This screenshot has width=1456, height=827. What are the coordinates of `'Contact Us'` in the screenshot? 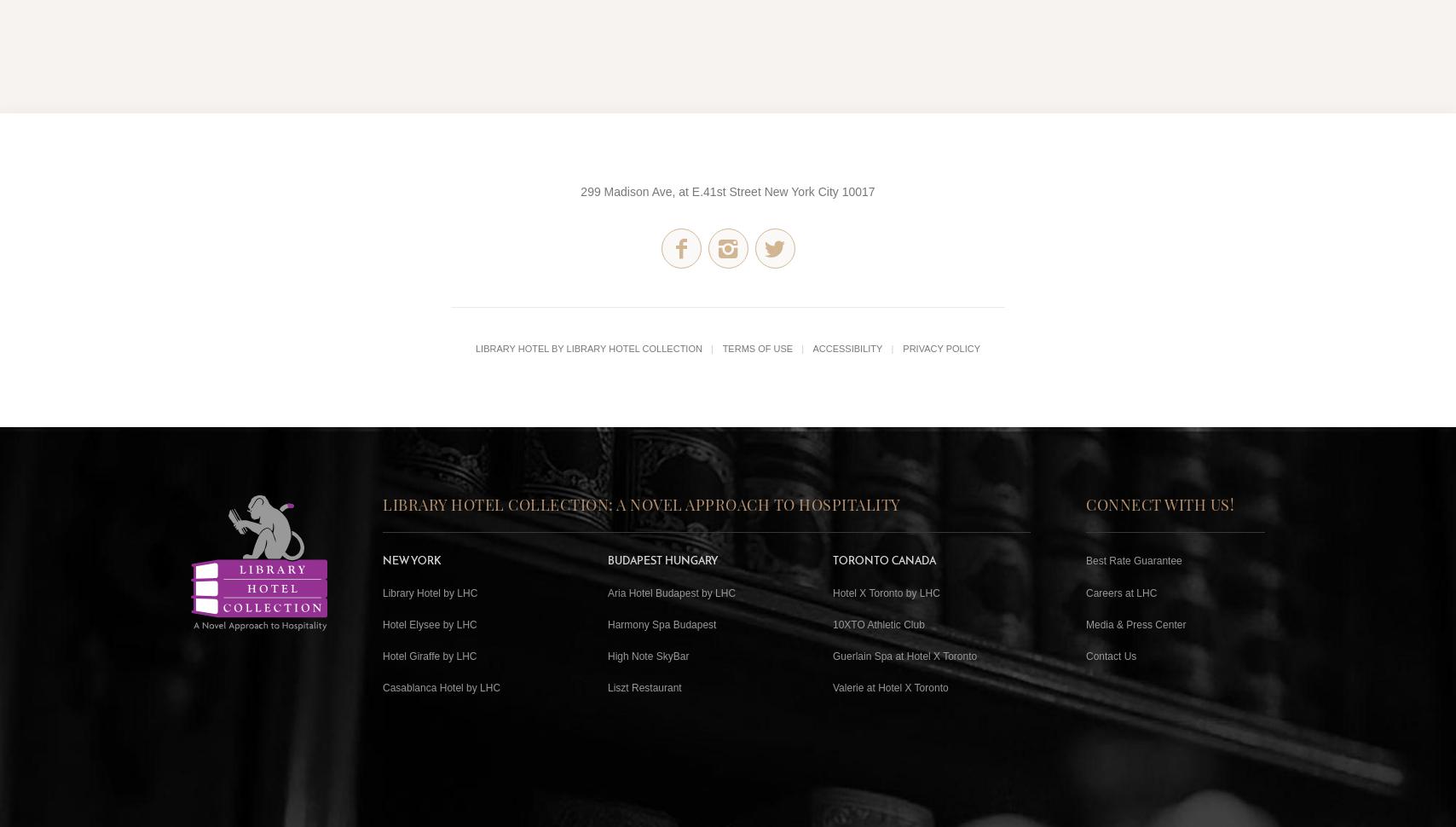 It's located at (1111, 655).